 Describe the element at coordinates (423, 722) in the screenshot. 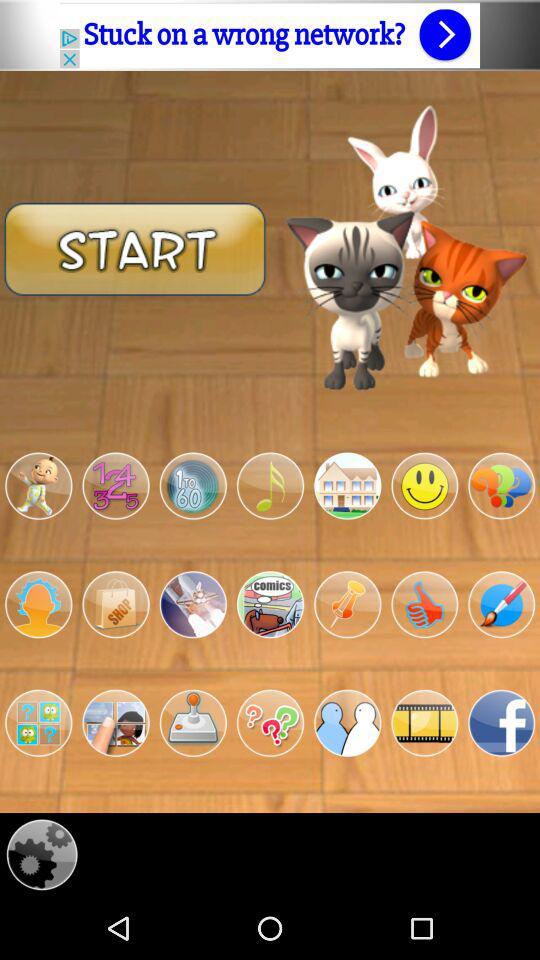

I see `application` at that location.